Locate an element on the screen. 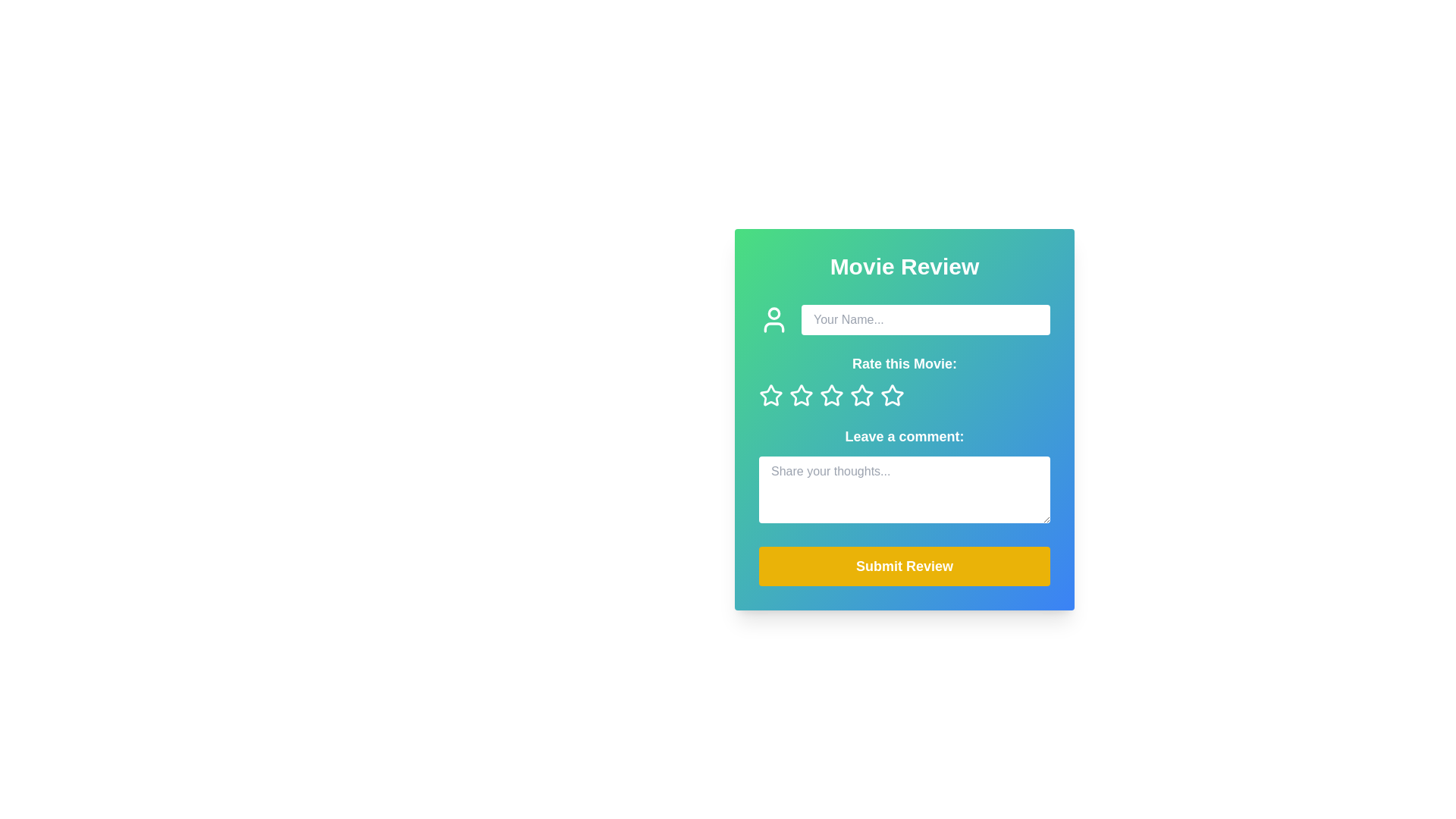  the second star from the left in the horizontal row of star icons labeled 'Rate this Movie:' is located at coordinates (800, 394).